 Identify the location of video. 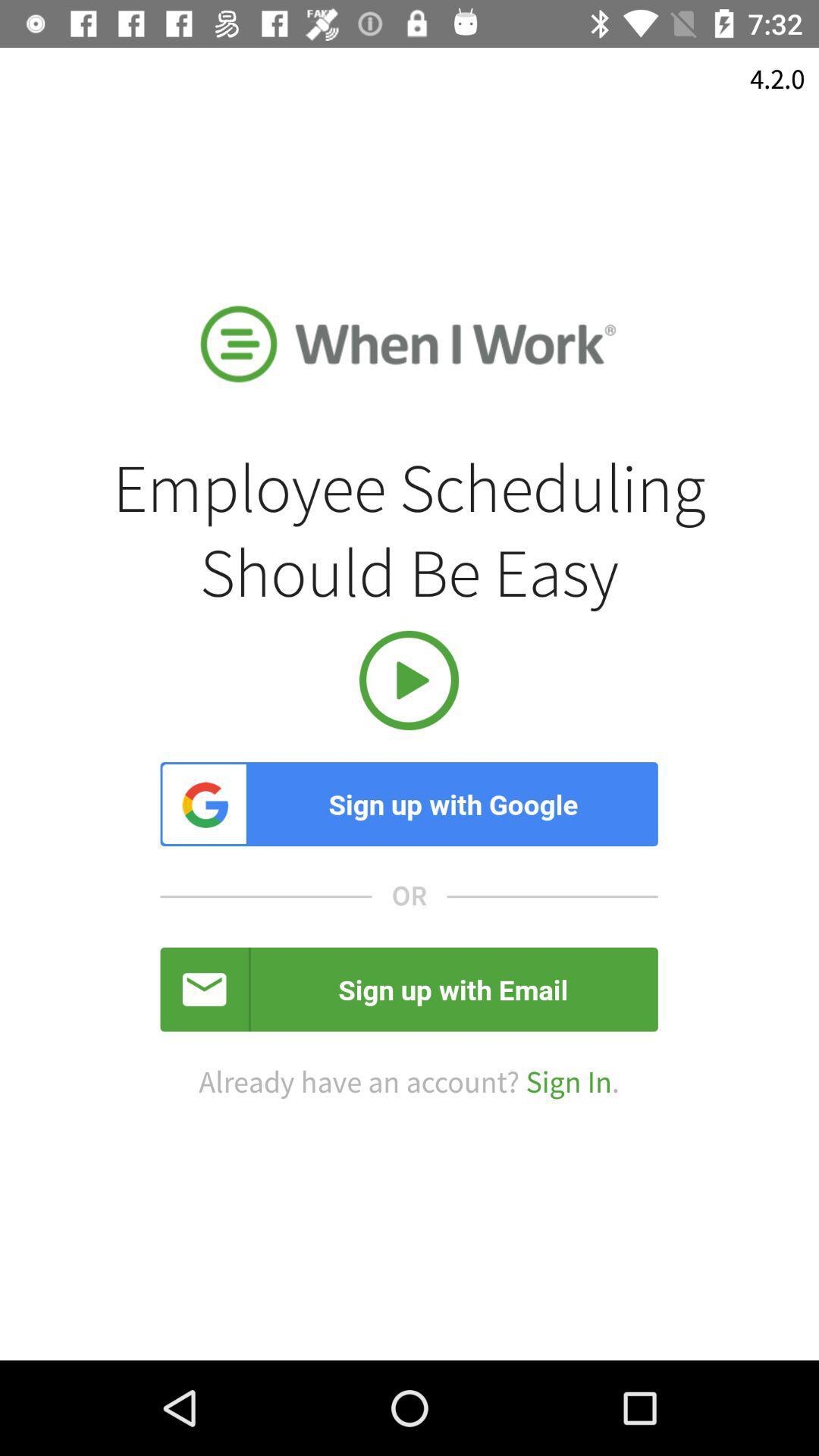
(408, 679).